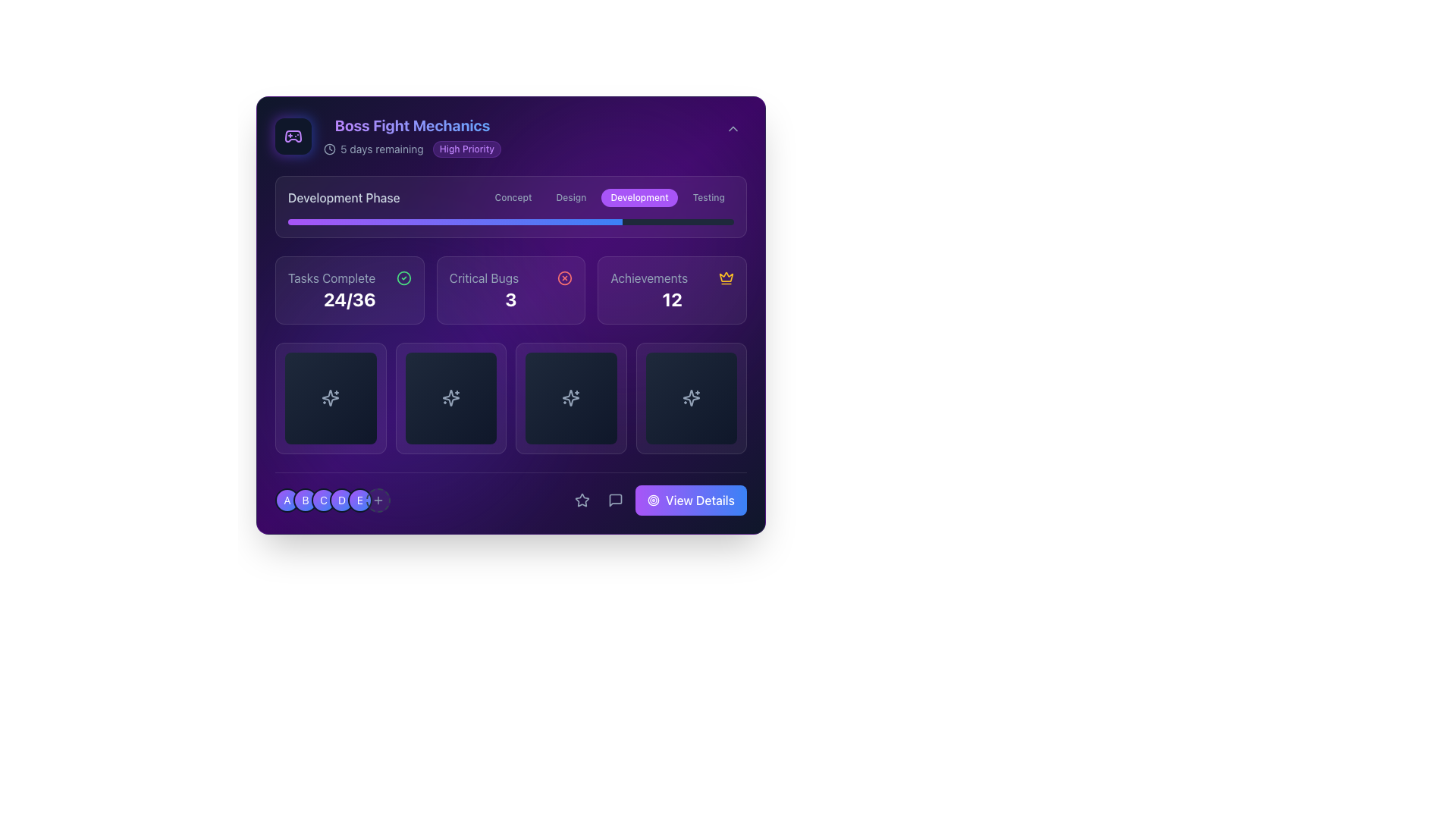 The height and width of the screenshot is (819, 1456). Describe the element at coordinates (726, 278) in the screenshot. I see `the decorative icon located in the 'Achievements' section, positioned` at that location.